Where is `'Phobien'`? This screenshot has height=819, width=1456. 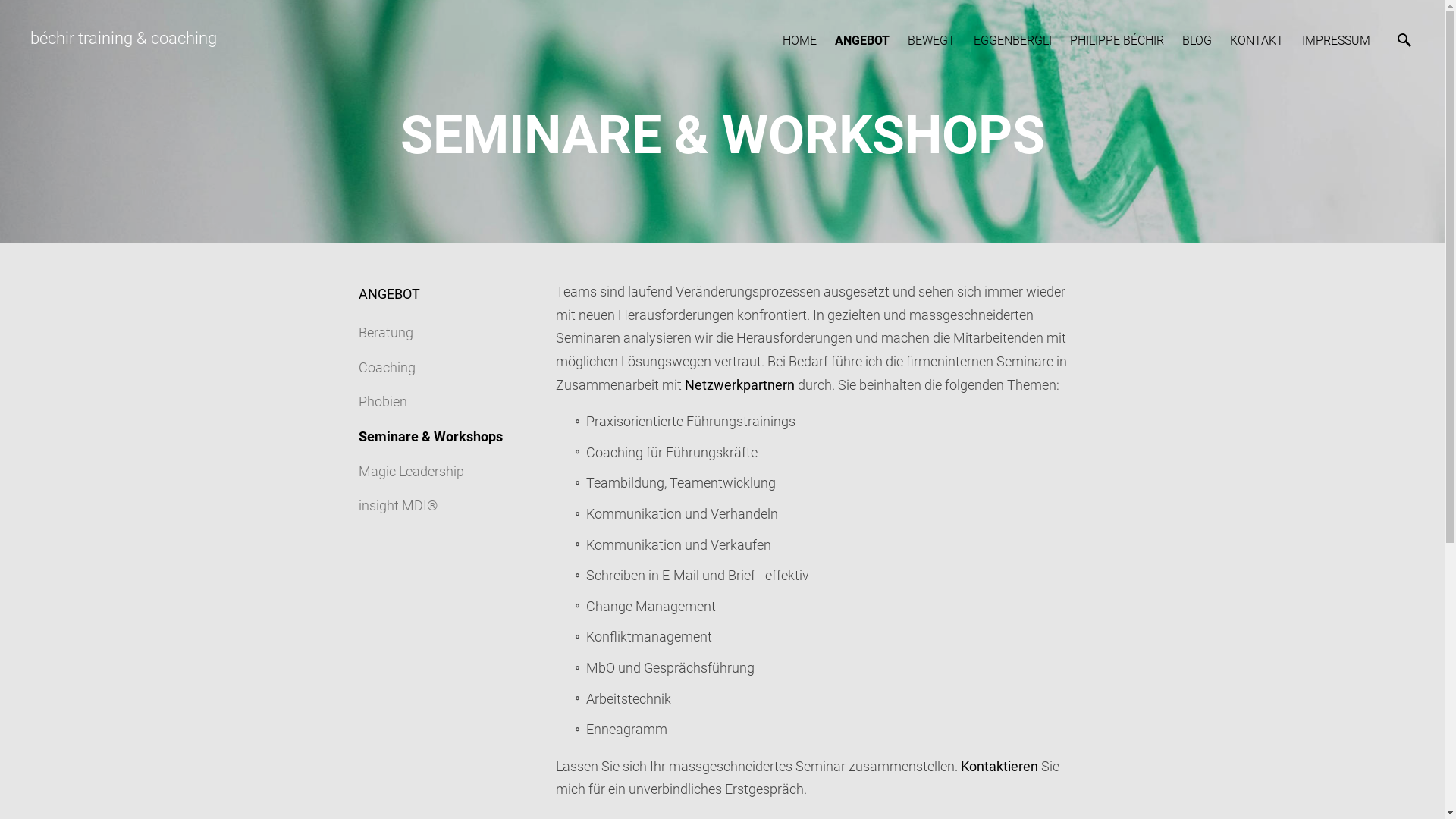
'Phobien' is located at coordinates (356, 400).